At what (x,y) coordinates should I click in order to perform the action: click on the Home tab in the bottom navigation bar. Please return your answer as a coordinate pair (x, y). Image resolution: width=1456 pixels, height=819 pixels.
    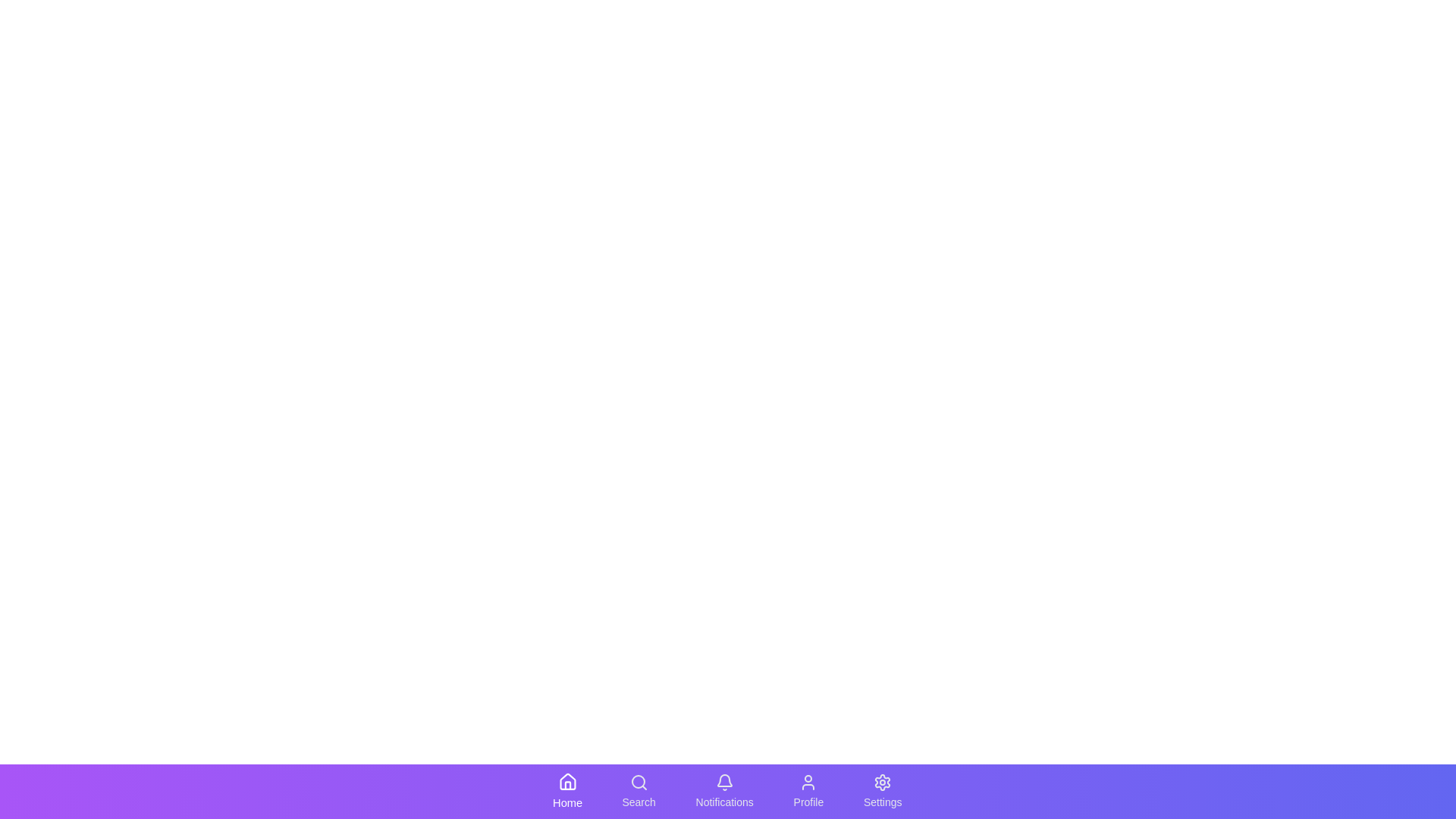
    Looking at the image, I should click on (566, 791).